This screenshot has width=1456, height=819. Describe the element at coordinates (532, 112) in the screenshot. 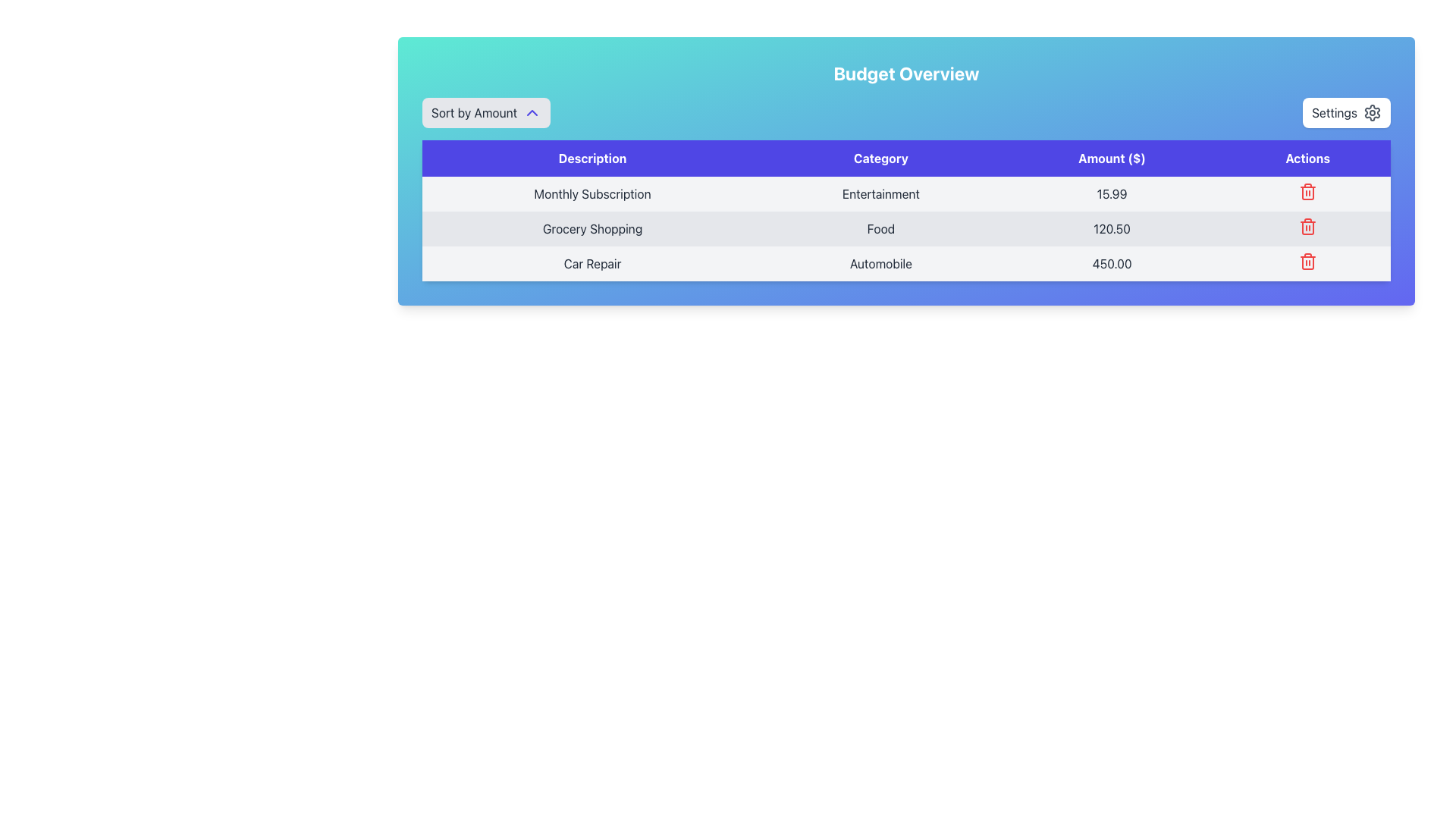

I see `the upward-pointing purple arrowhead icon that is part of the 'Sort by Amount' button, located immediately to the right of the label text` at that location.